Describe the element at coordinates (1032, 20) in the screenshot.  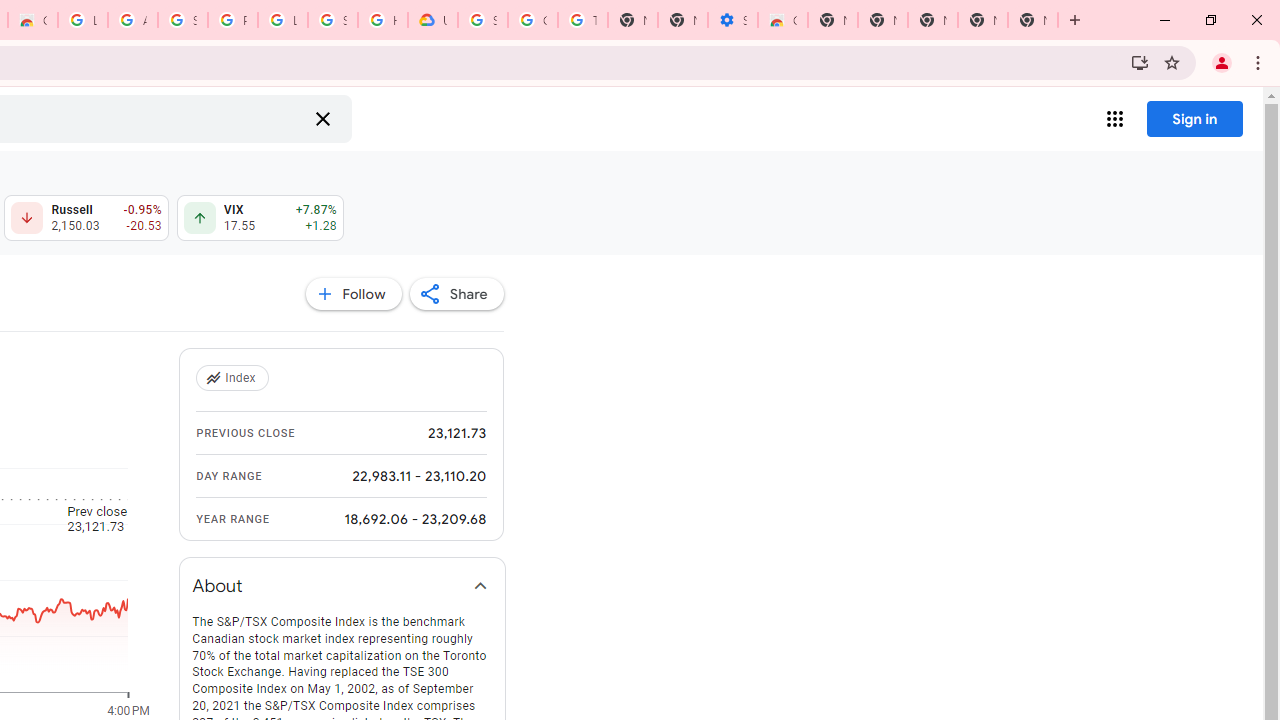
I see `'New Tab'` at that location.